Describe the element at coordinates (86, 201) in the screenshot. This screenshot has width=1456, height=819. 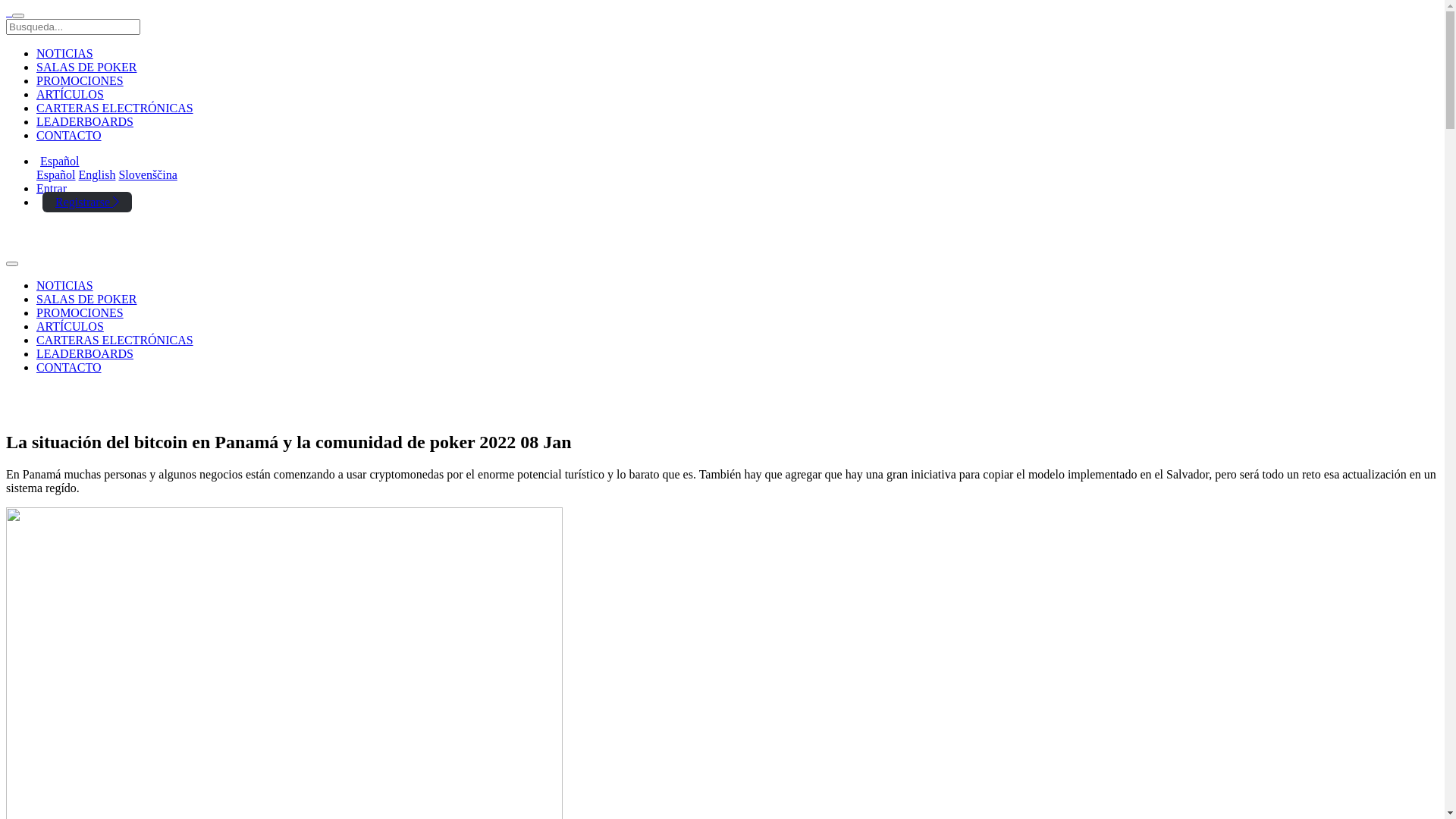
I see `'Registrarse'` at that location.